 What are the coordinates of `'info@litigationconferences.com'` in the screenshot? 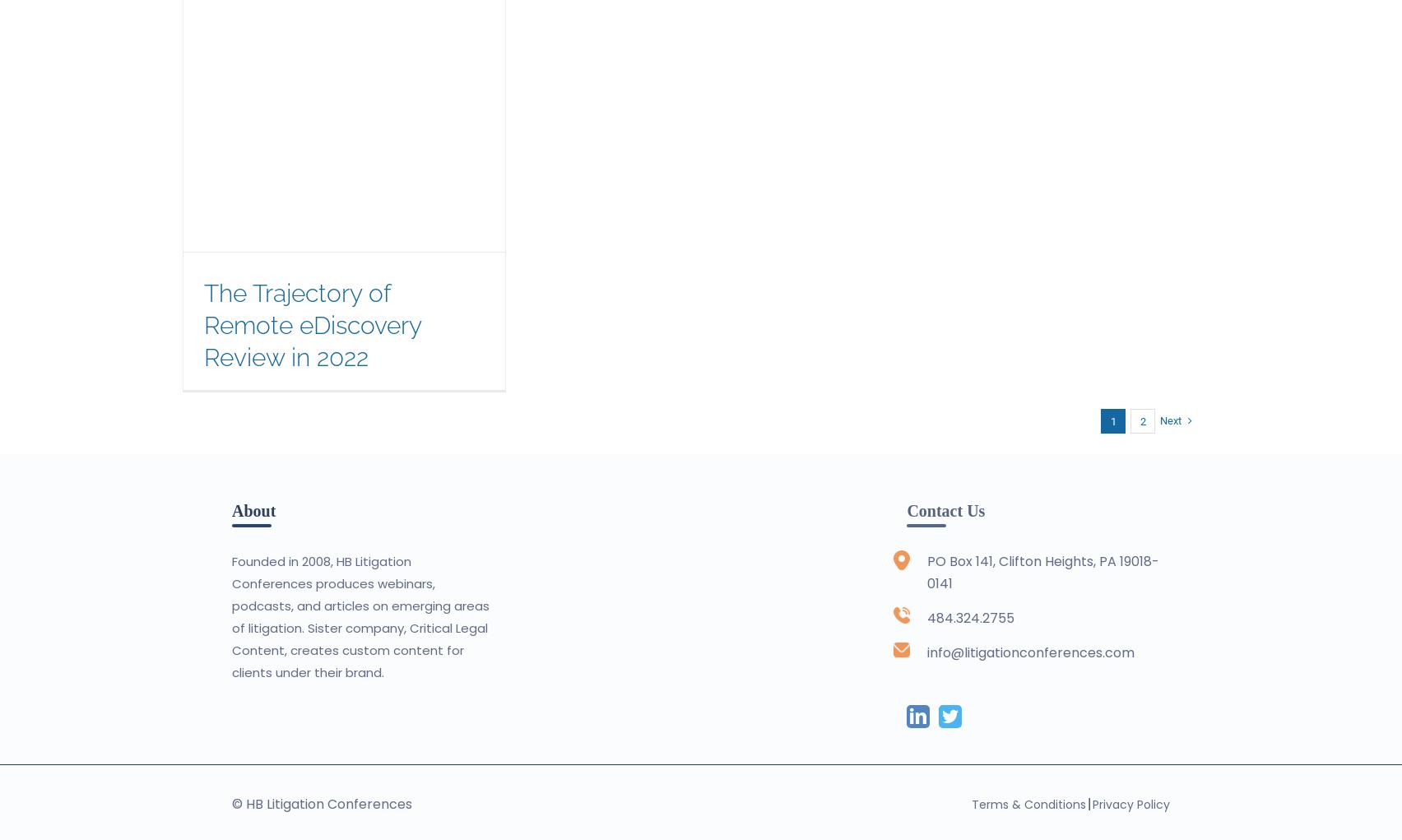 It's located at (1029, 652).